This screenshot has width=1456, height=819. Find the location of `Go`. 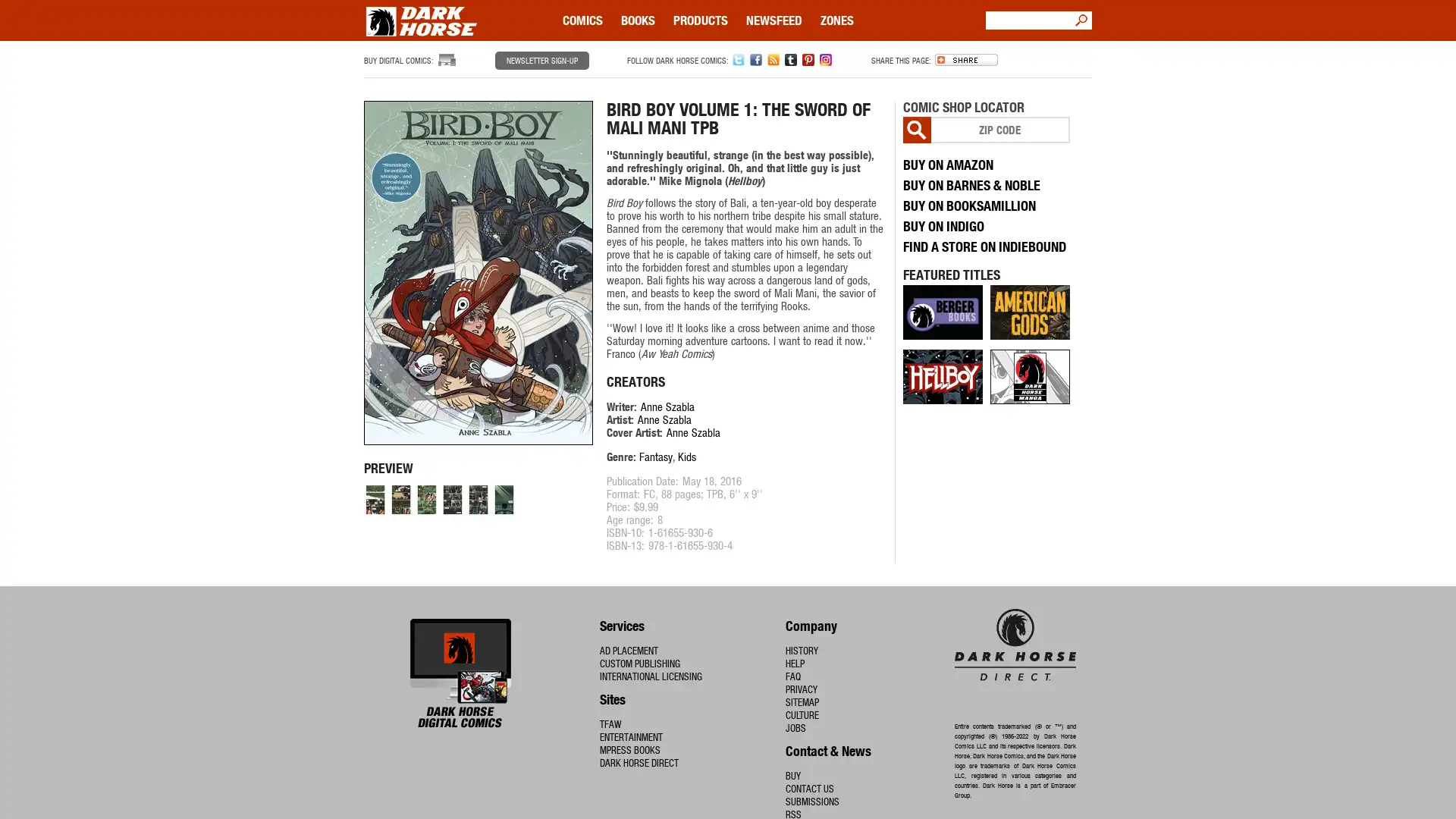

Go is located at coordinates (1080, 20).